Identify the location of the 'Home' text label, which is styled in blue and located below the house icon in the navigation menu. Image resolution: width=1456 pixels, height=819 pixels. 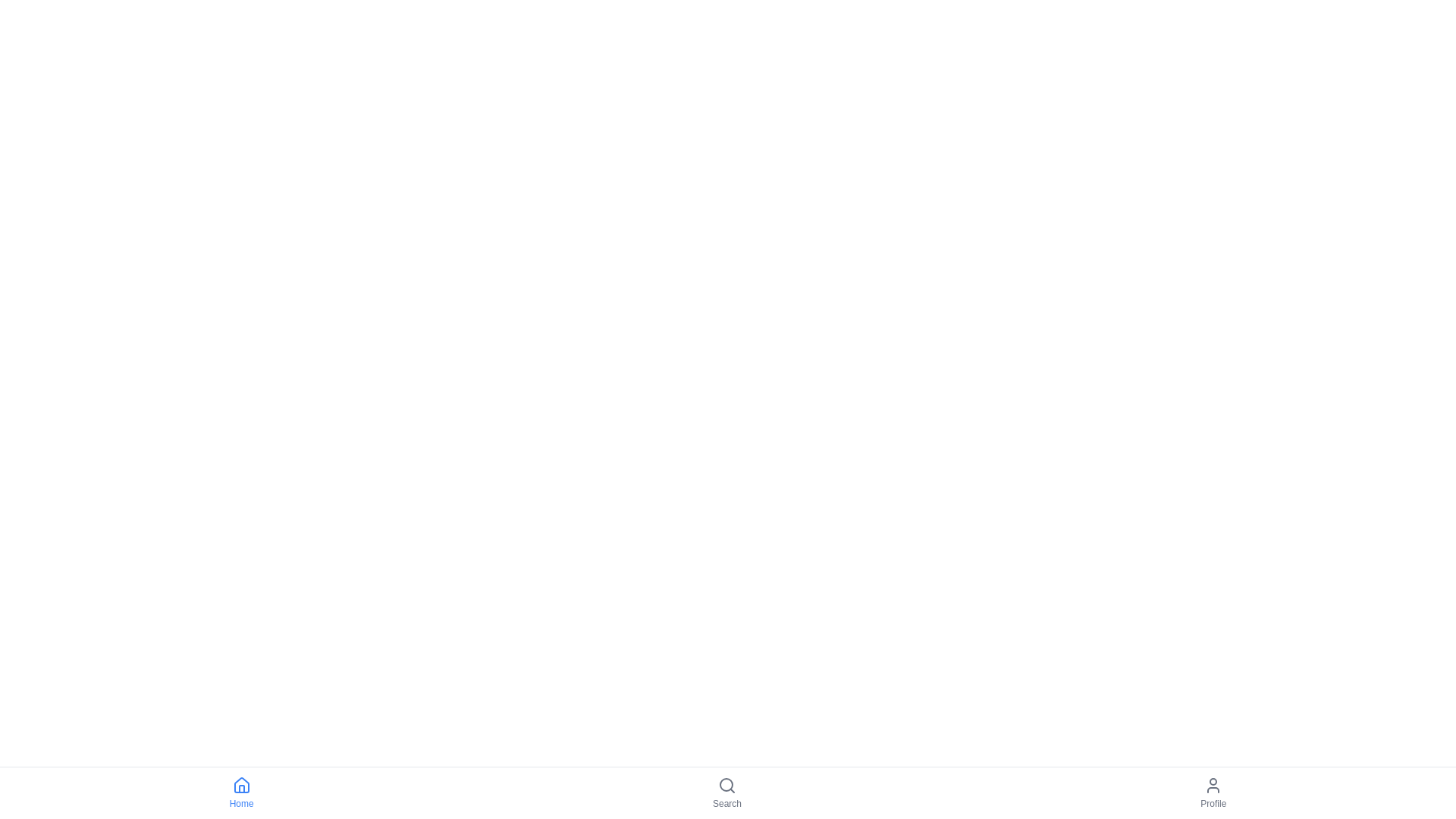
(240, 803).